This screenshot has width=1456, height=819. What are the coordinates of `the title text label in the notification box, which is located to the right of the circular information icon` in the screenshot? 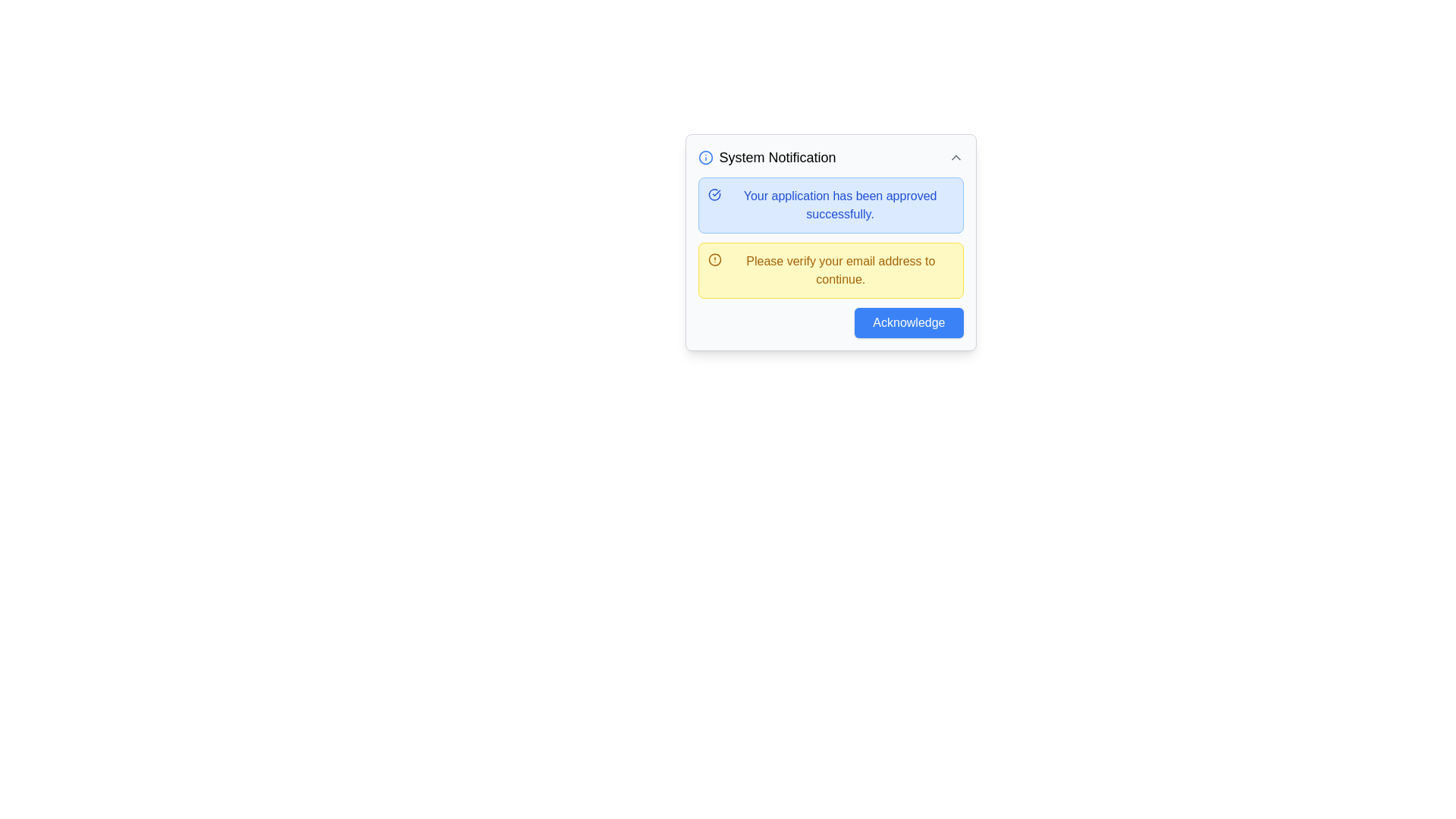 It's located at (777, 158).